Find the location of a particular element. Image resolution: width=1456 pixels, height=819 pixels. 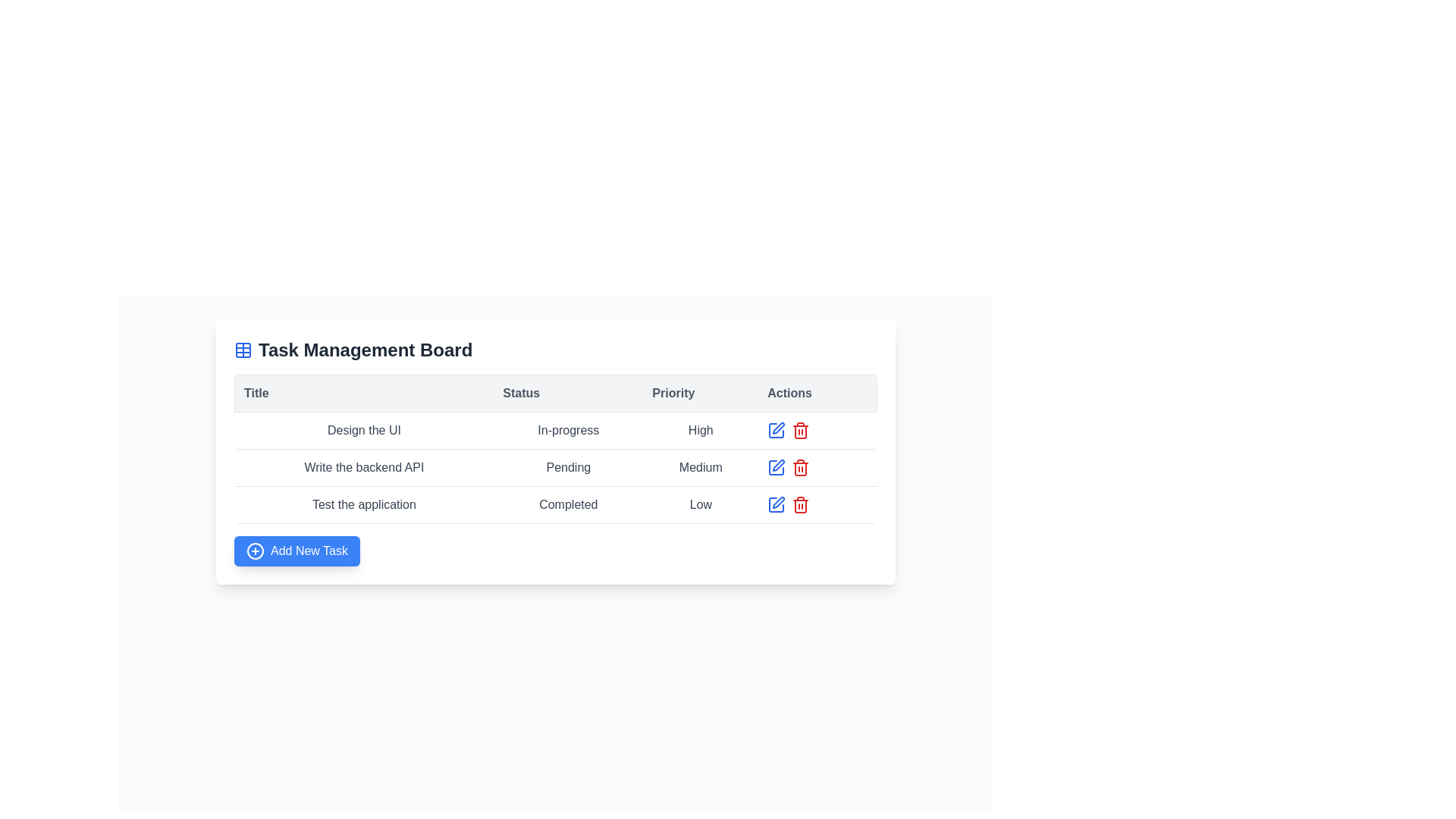

the static text label indicating task completion located in the third row of the table under the 'Status' column, positioned between 'Test the application' and 'Low' is located at coordinates (567, 505).